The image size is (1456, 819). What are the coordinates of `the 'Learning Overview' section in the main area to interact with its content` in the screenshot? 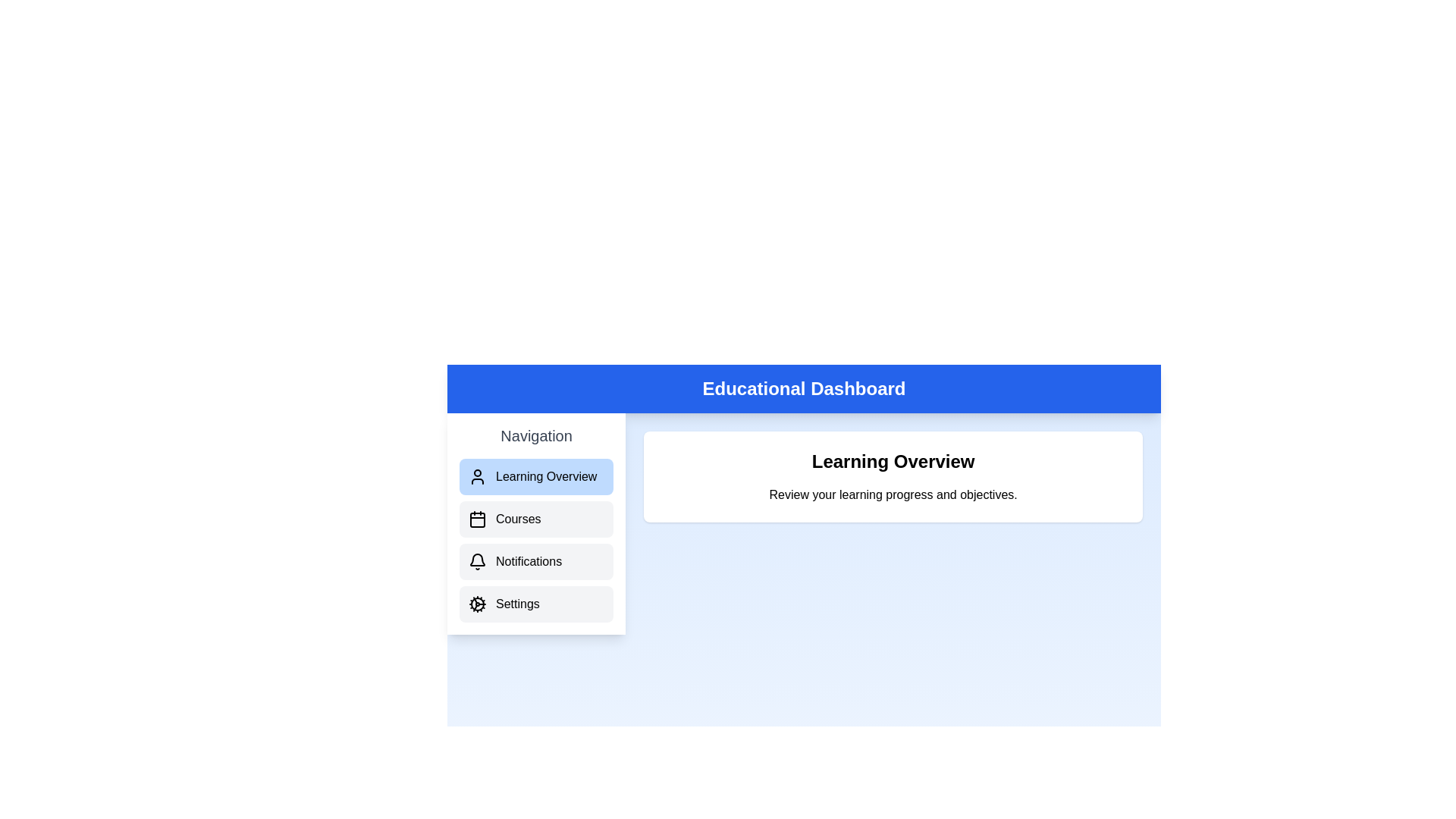 It's located at (893, 475).